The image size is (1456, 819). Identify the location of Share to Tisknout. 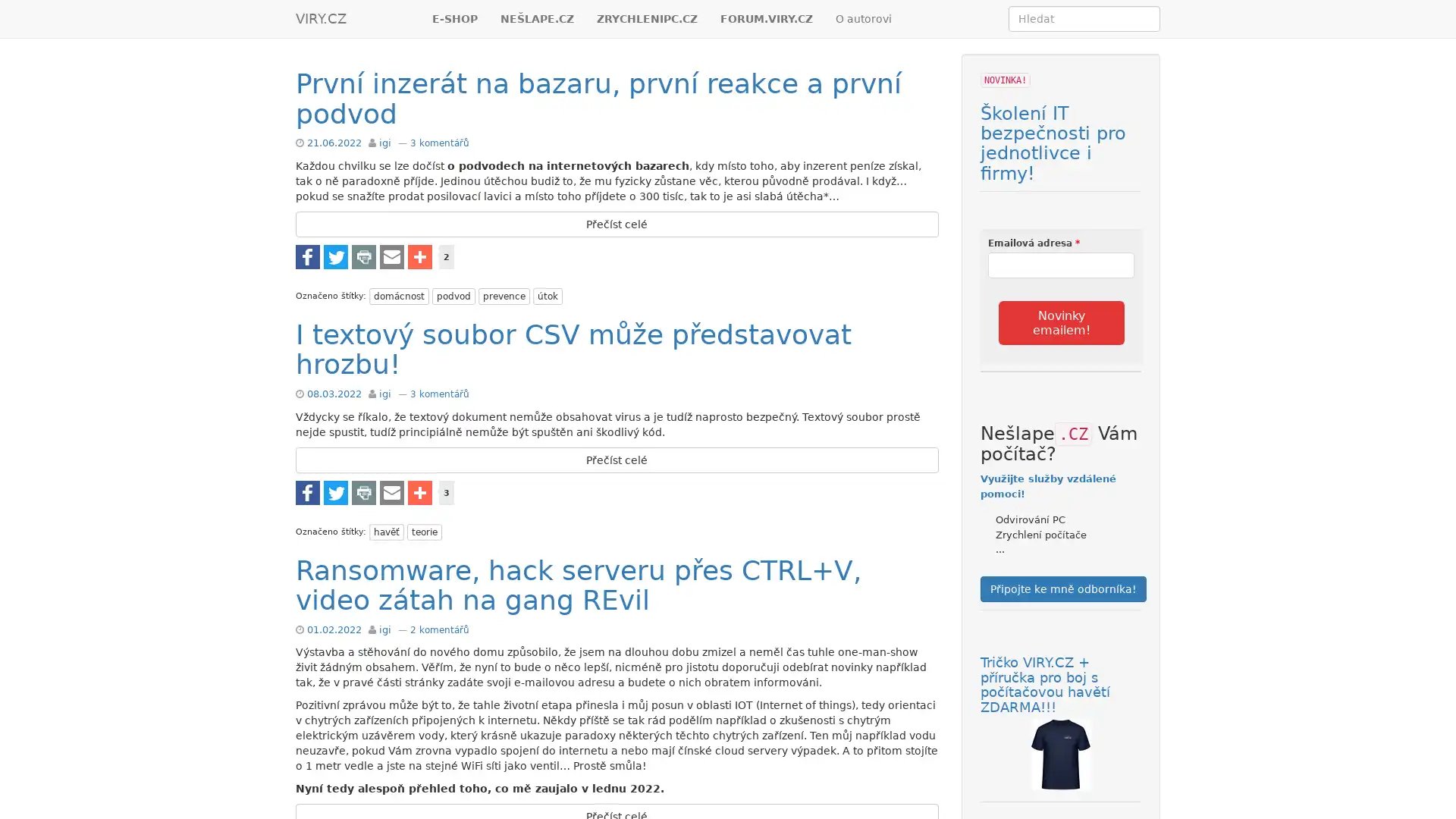
(364, 256).